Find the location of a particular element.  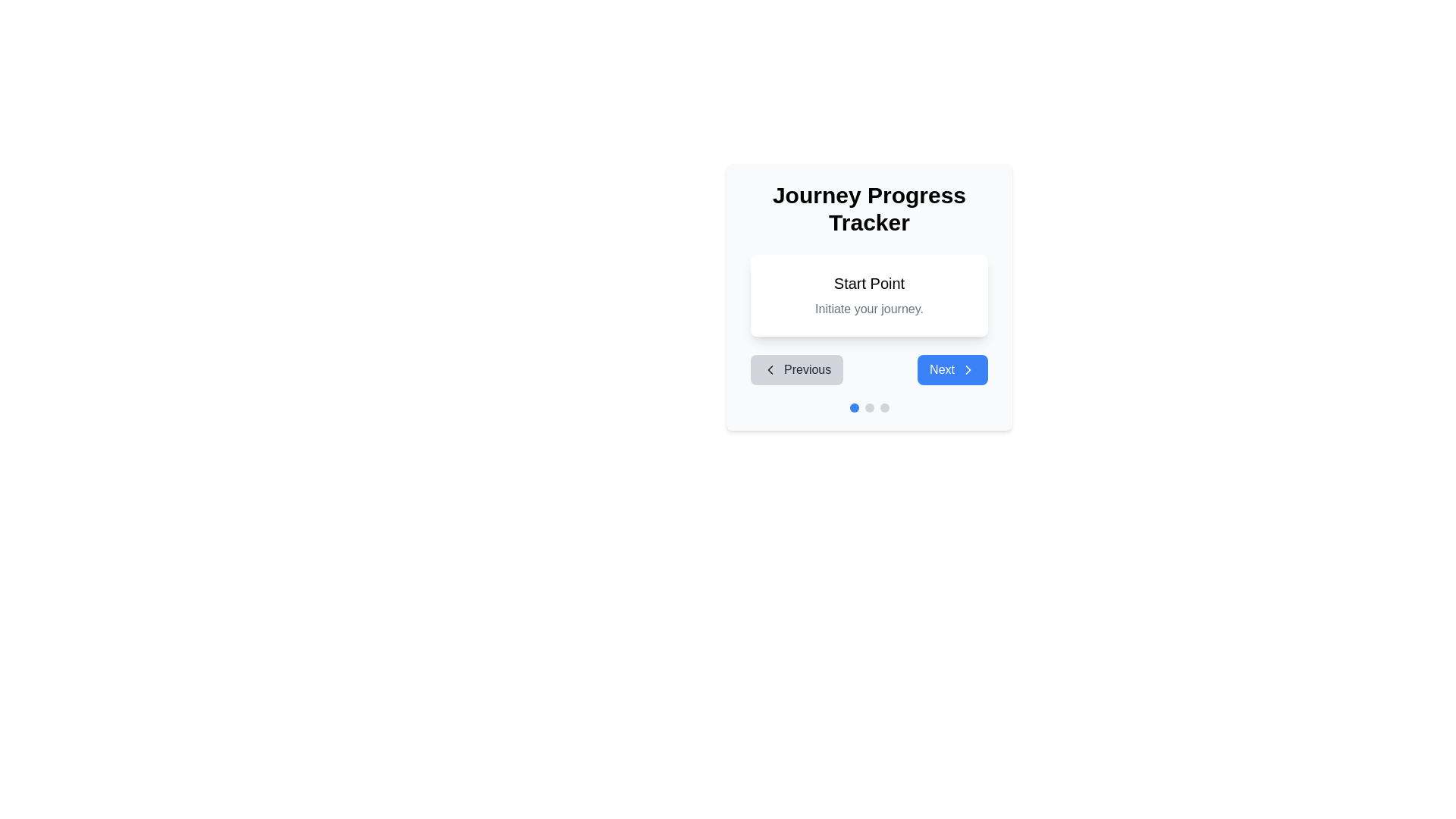

static text element displaying 'Start Point' in bold at the top-center of the white rectangular card is located at coordinates (869, 284).